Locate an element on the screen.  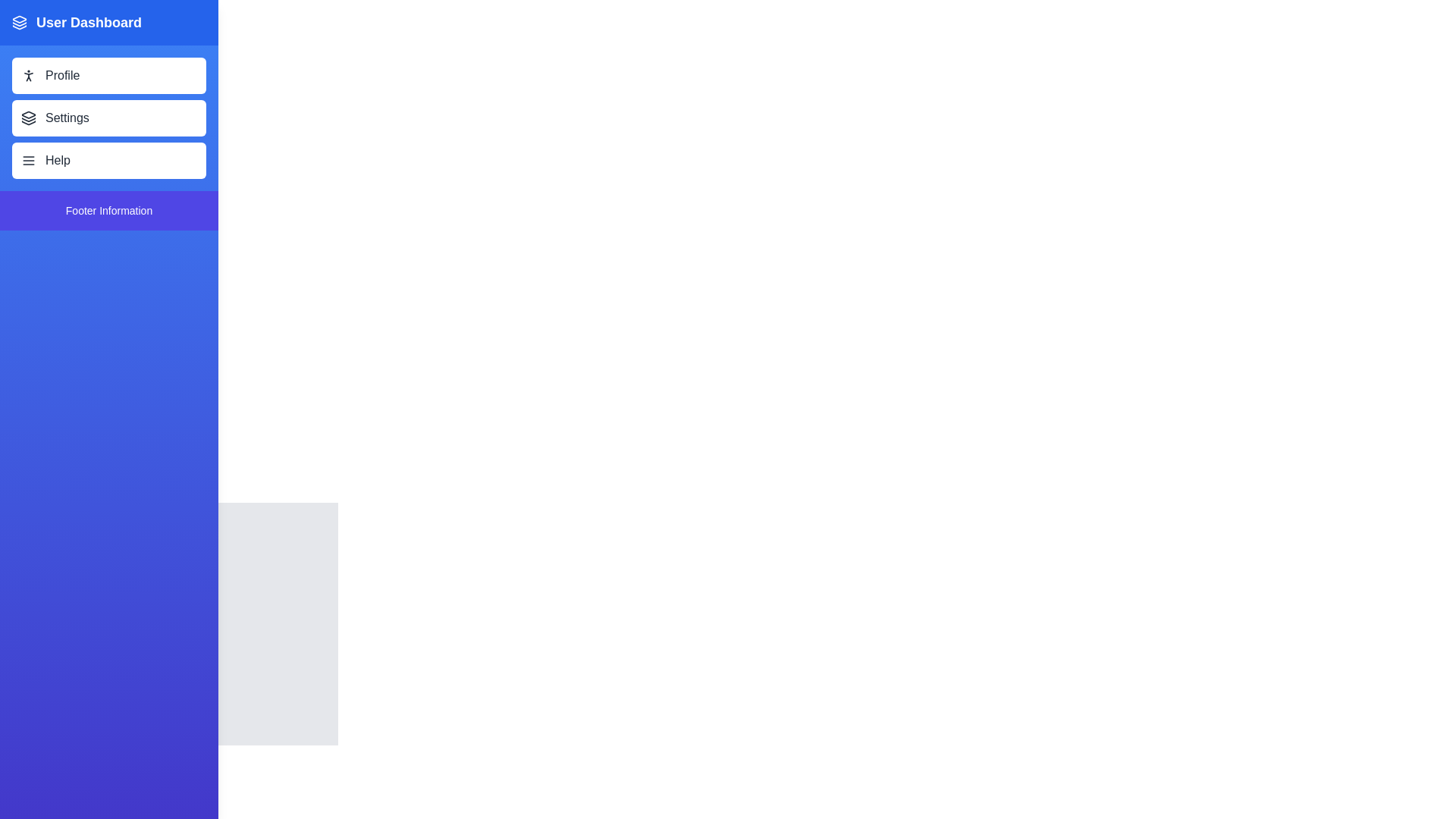
the decorative vector graphic element that represents the bottom layer of the stack in the 'layers' icon, located to the left of the 'Settings' menu item in the vertical navigation bar is located at coordinates (29, 122).